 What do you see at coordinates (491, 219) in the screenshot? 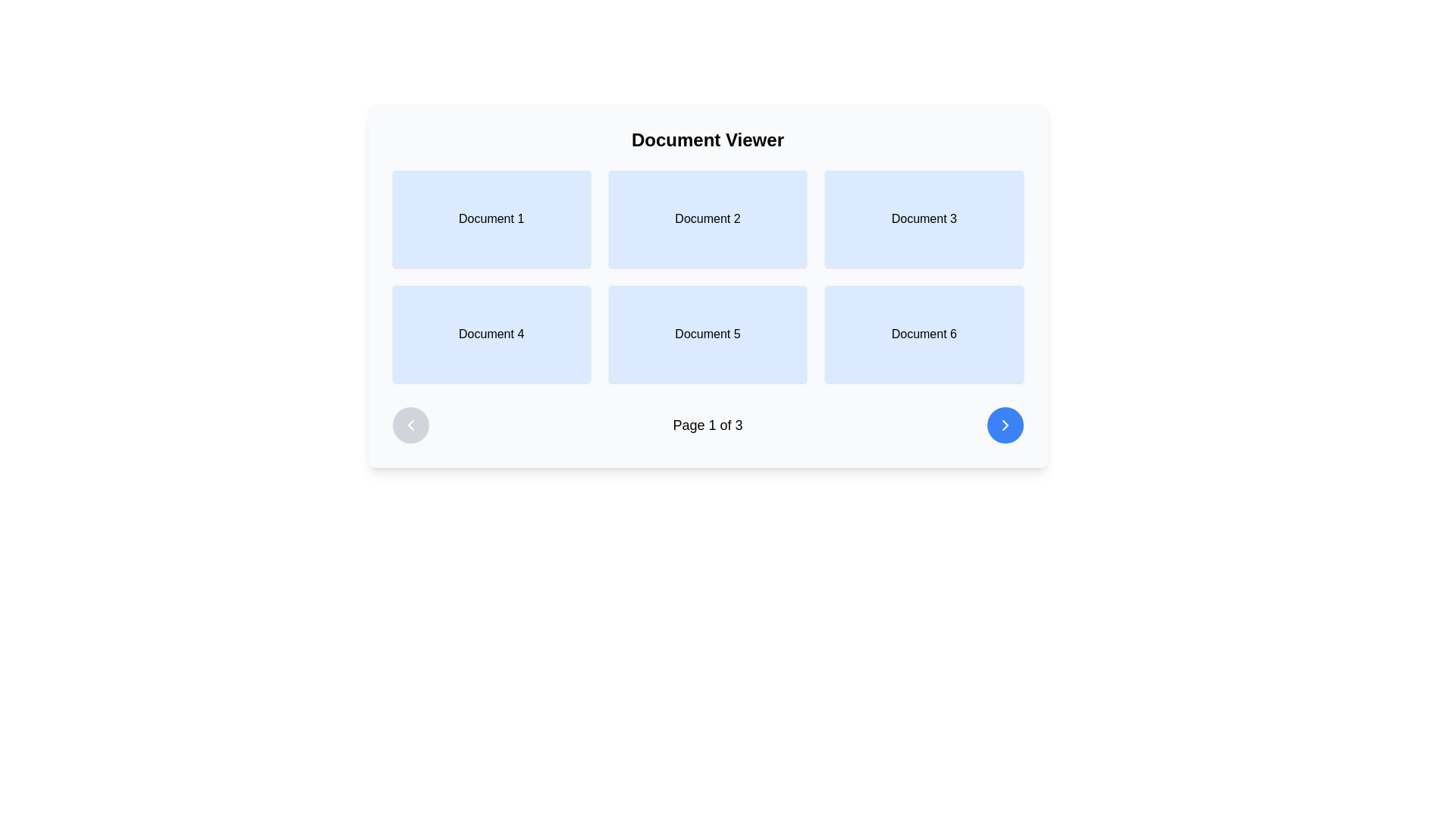
I see `the 'Document 1' card, which is a rectangular card with rounded corners and a light blue background, located in the top-left corner of the grid layout` at bounding box center [491, 219].